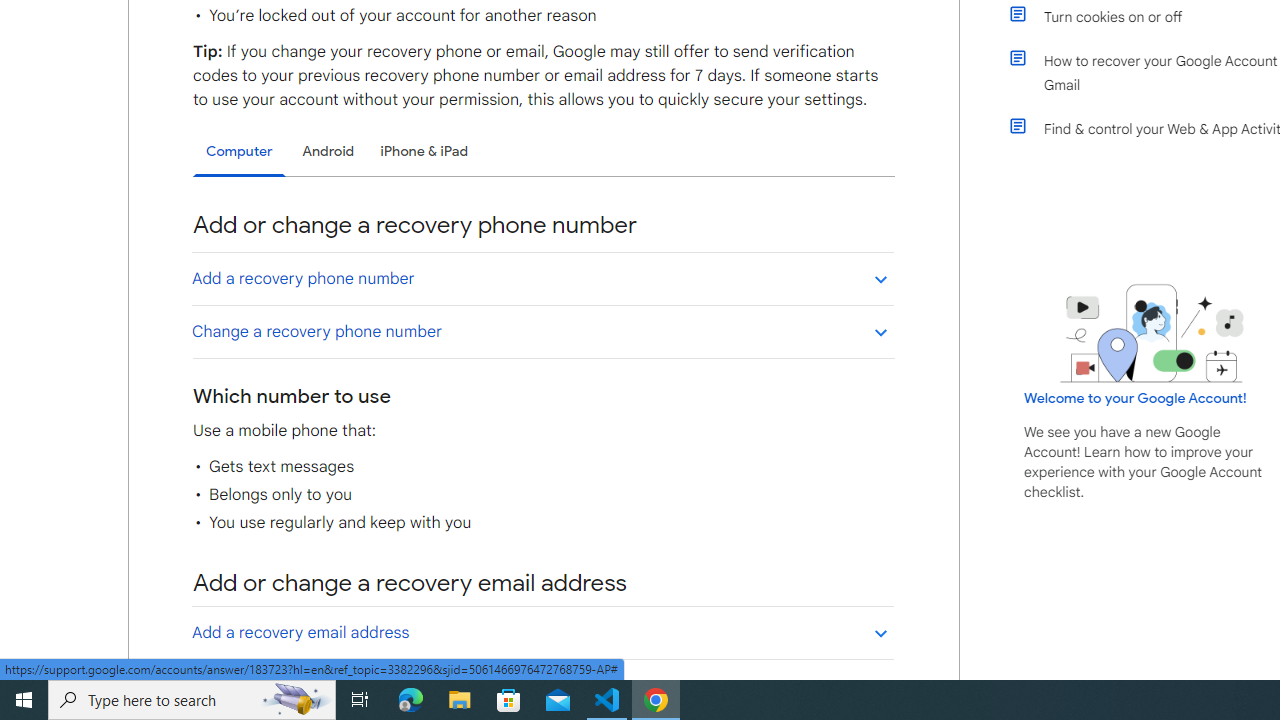 This screenshot has width=1280, height=720. Describe the element at coordinates (1135, 397) in the screenshot. I see `'Welcome to your Google Account!'` at that location.